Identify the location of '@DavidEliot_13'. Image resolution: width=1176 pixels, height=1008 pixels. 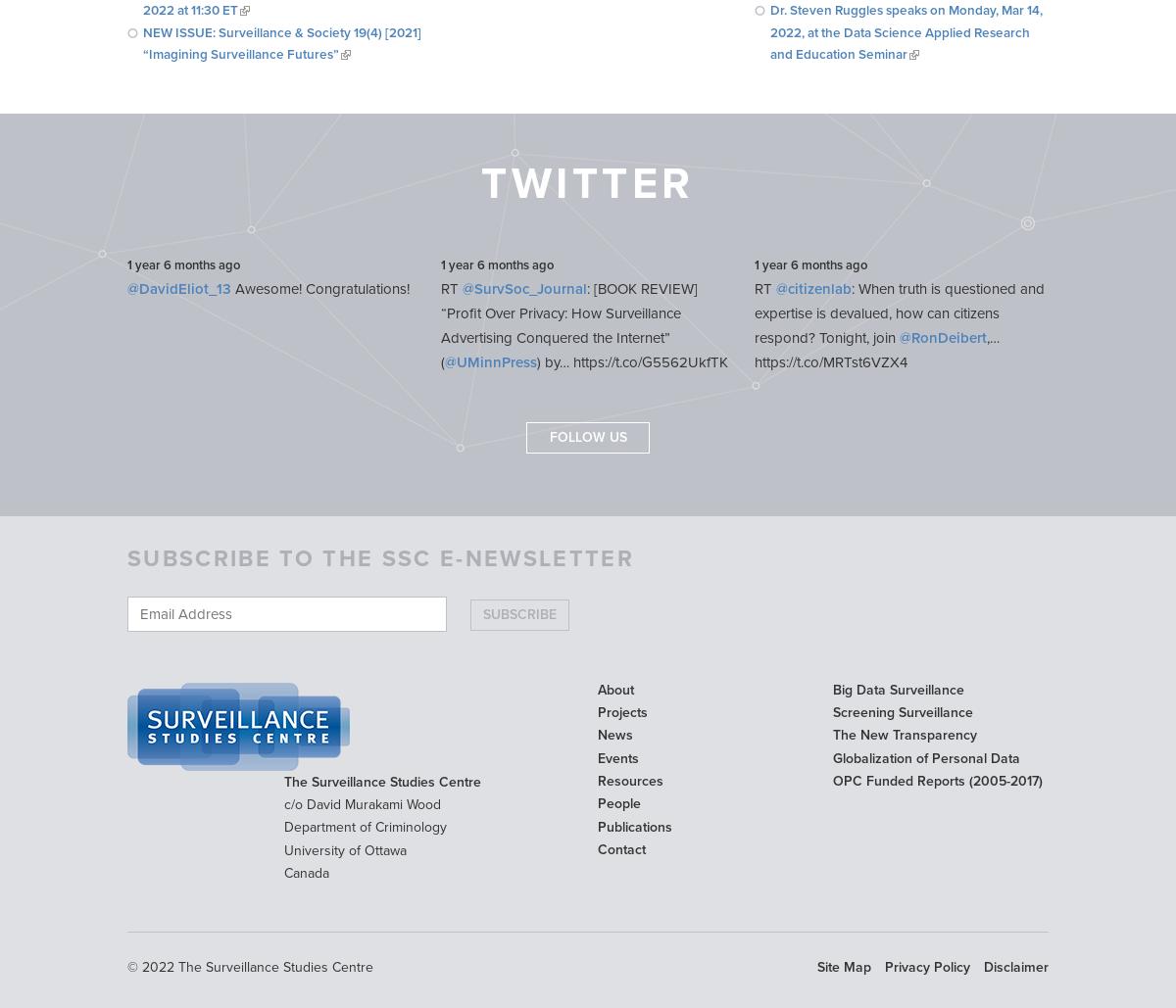
(126, 289).